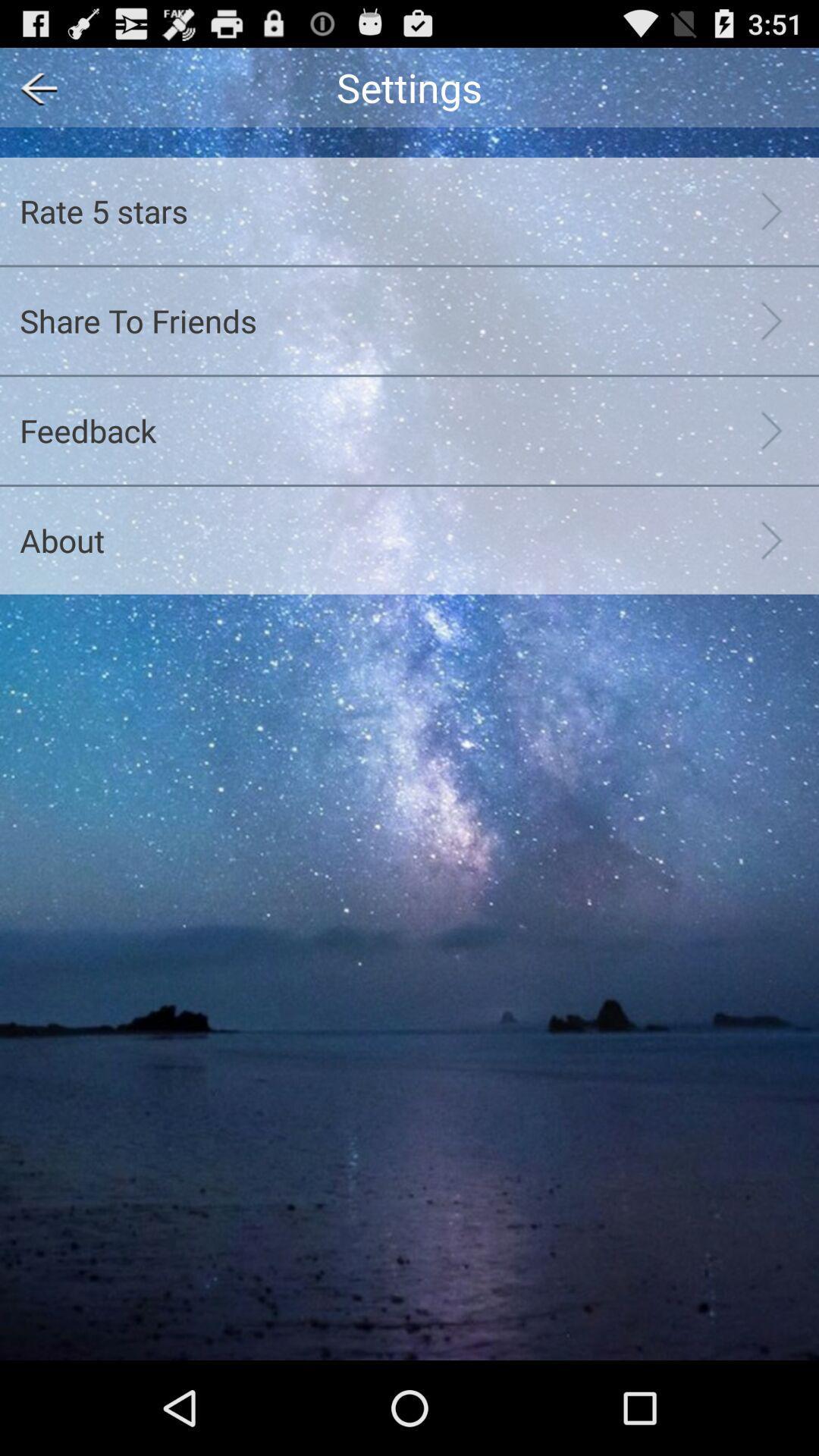  I want to click on the item to the left of settings app, so click(33, 86).